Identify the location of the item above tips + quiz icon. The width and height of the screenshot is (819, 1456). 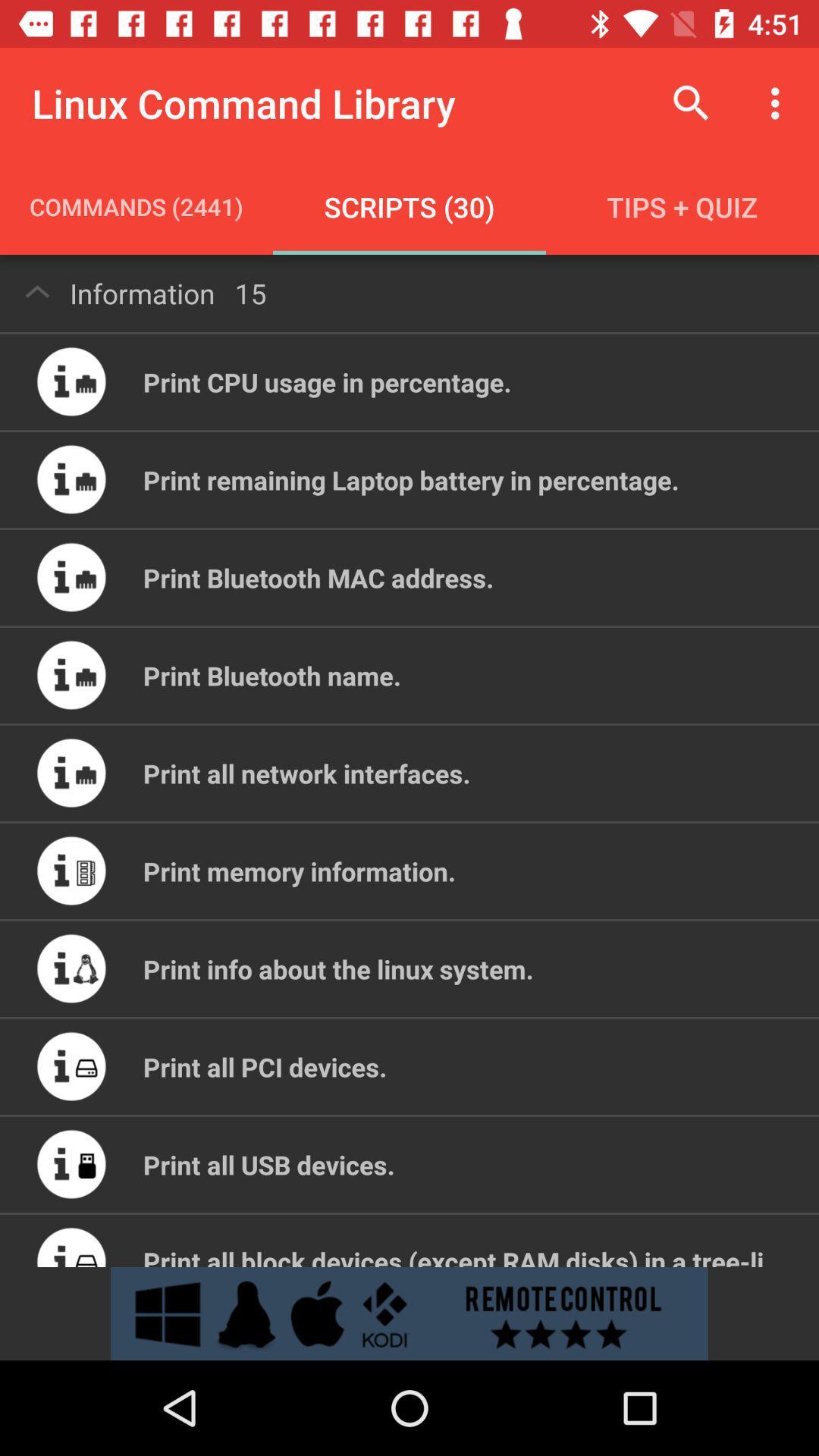
(779, 102).